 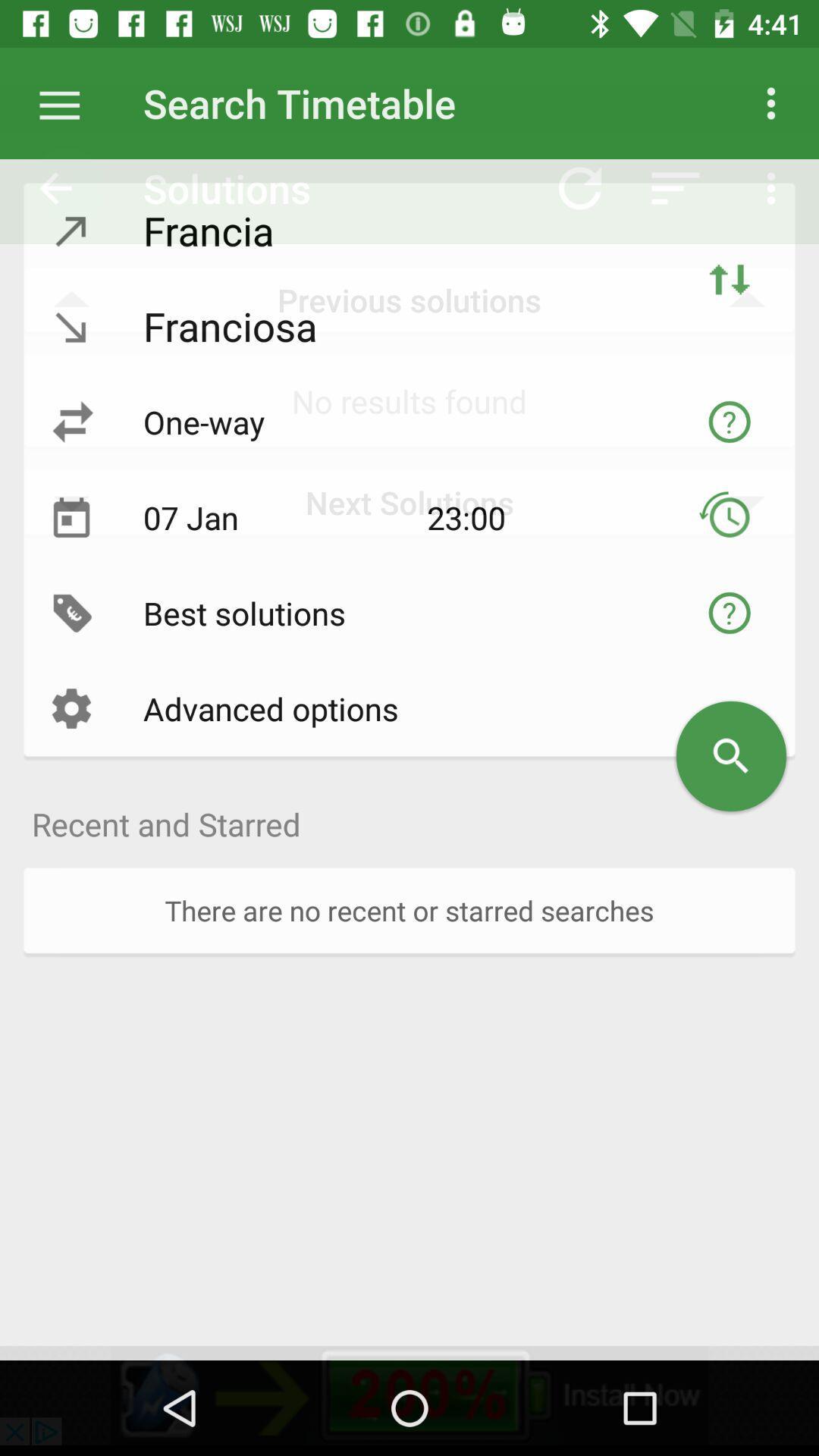 I want to click on click menu icon, so click(x=67, y=102).